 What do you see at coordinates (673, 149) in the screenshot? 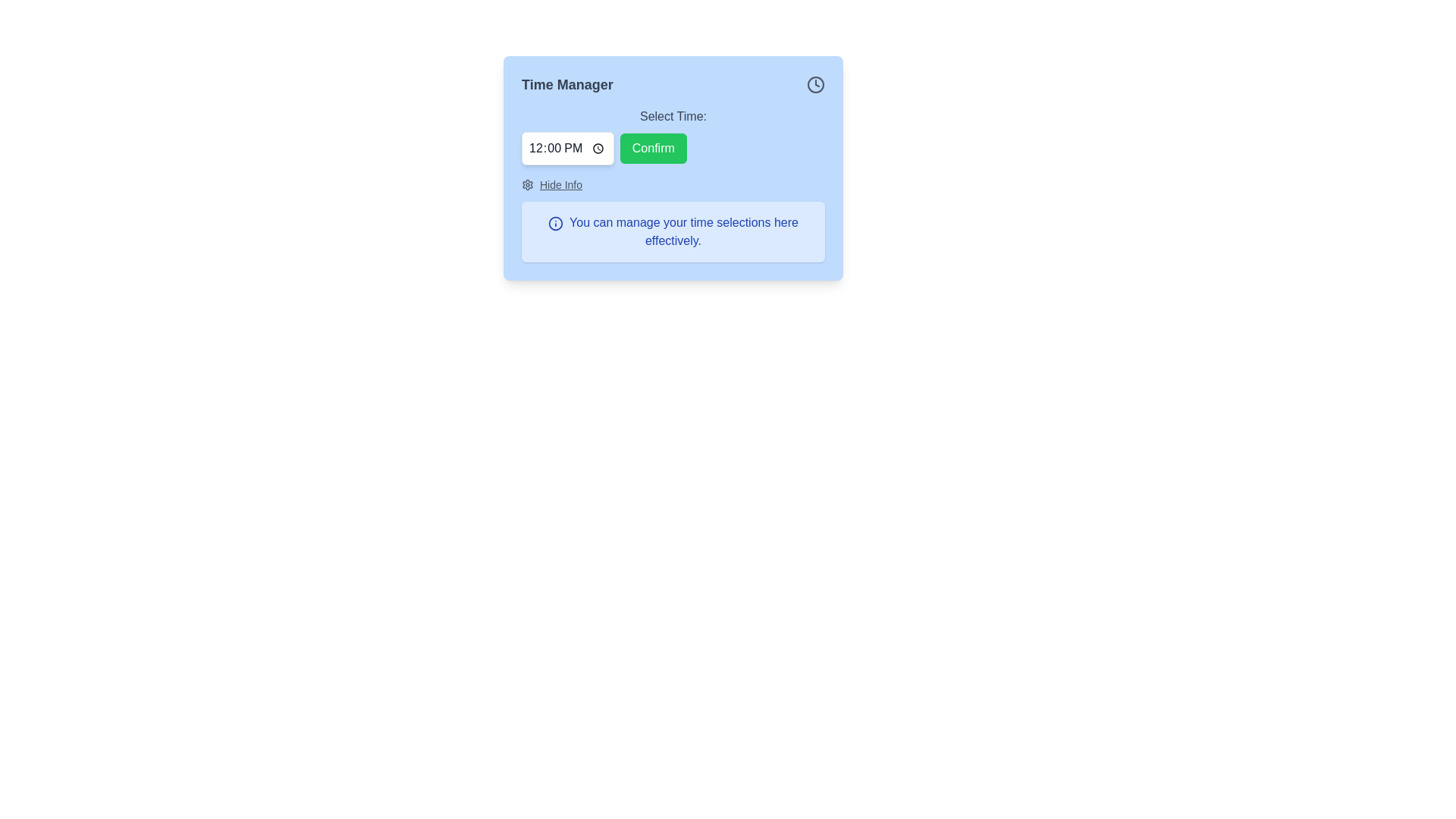
I see `the confirm button located to the right of the time selector field under the heading 'Select Time:' to observe hover effects` at bounding box center [673, 149].